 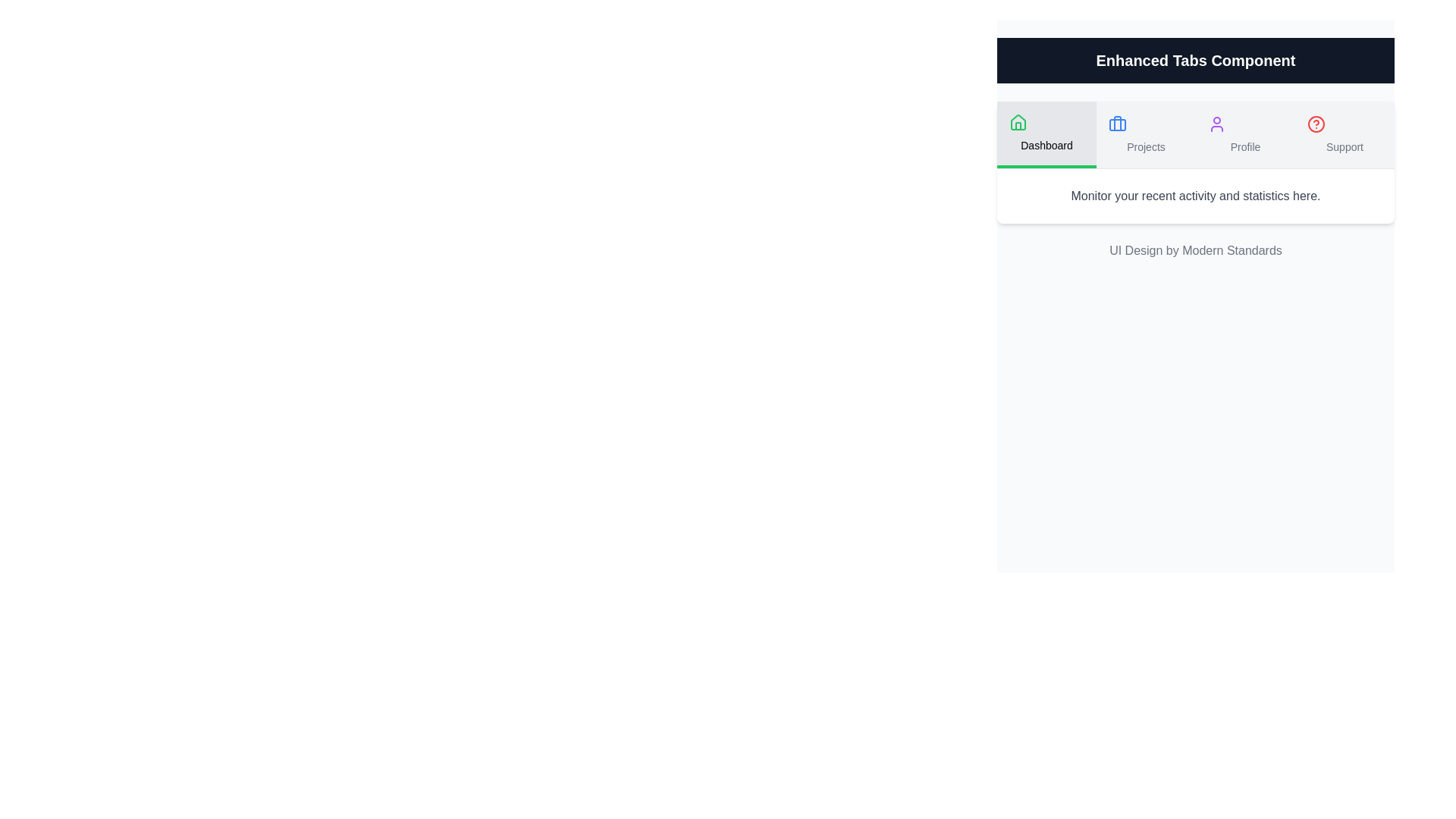 I want to click on the help or information icon located in the upper navigation bar at the top-right corner of the interface, next to the 'Support' menu item, so click(x=1316, y=124).